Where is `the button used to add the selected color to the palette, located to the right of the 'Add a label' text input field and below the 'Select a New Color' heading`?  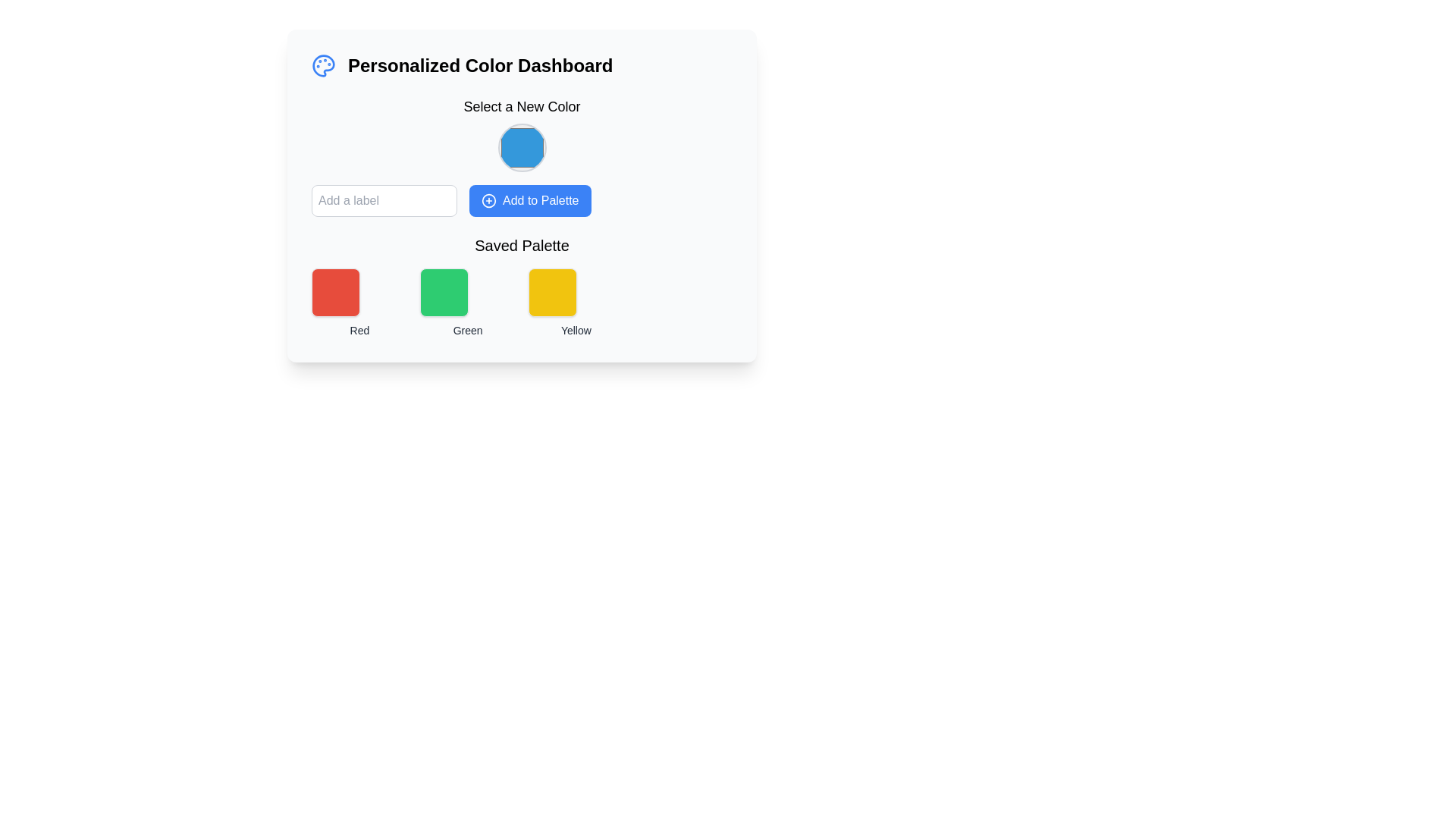 the button used to add the selected color to the palette, located to the right of the 'Add a label' text input field and below the 'Select a New Color' heading is located at coordinates (522, 200).